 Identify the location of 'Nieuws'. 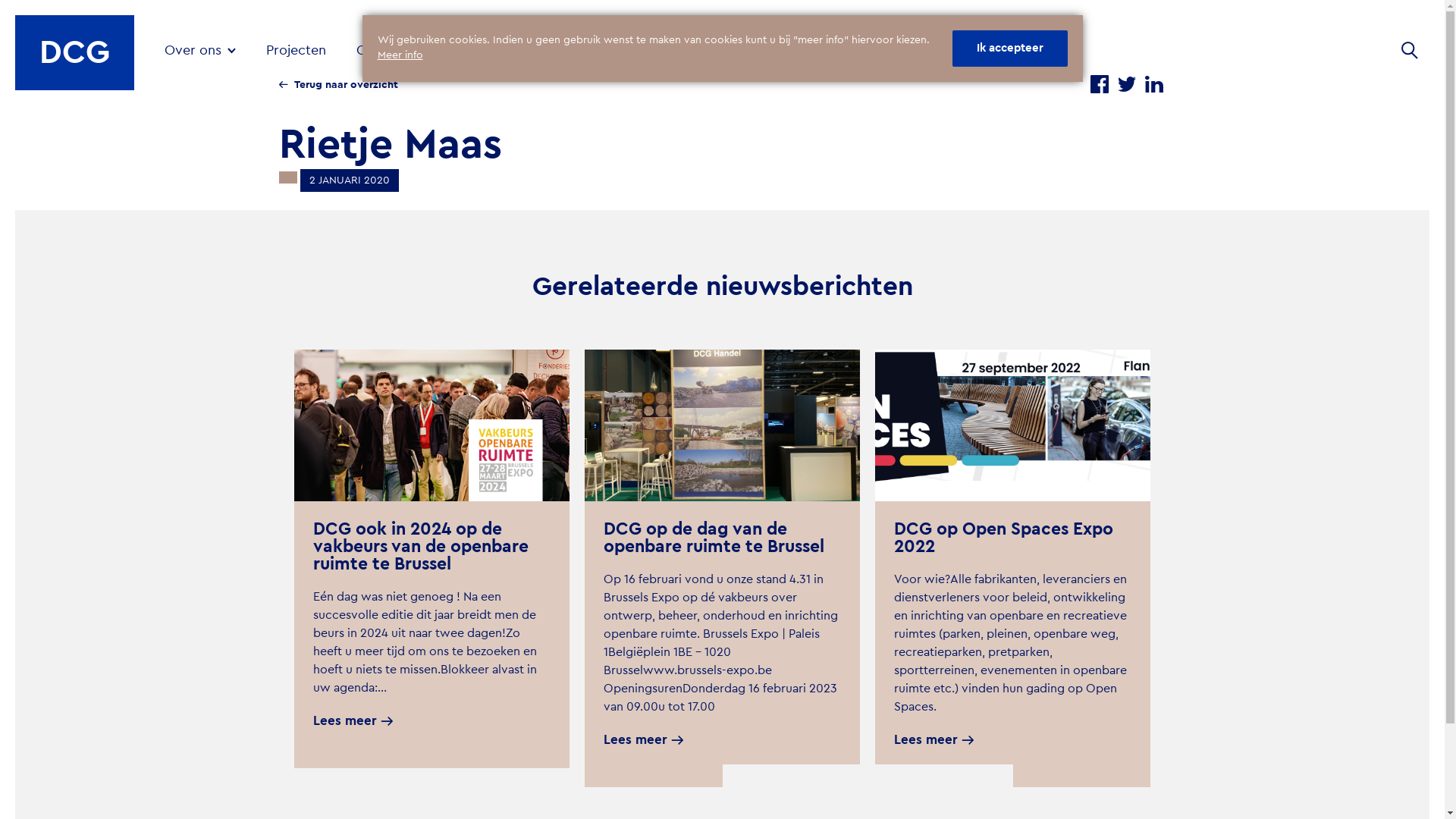
(500, 49).